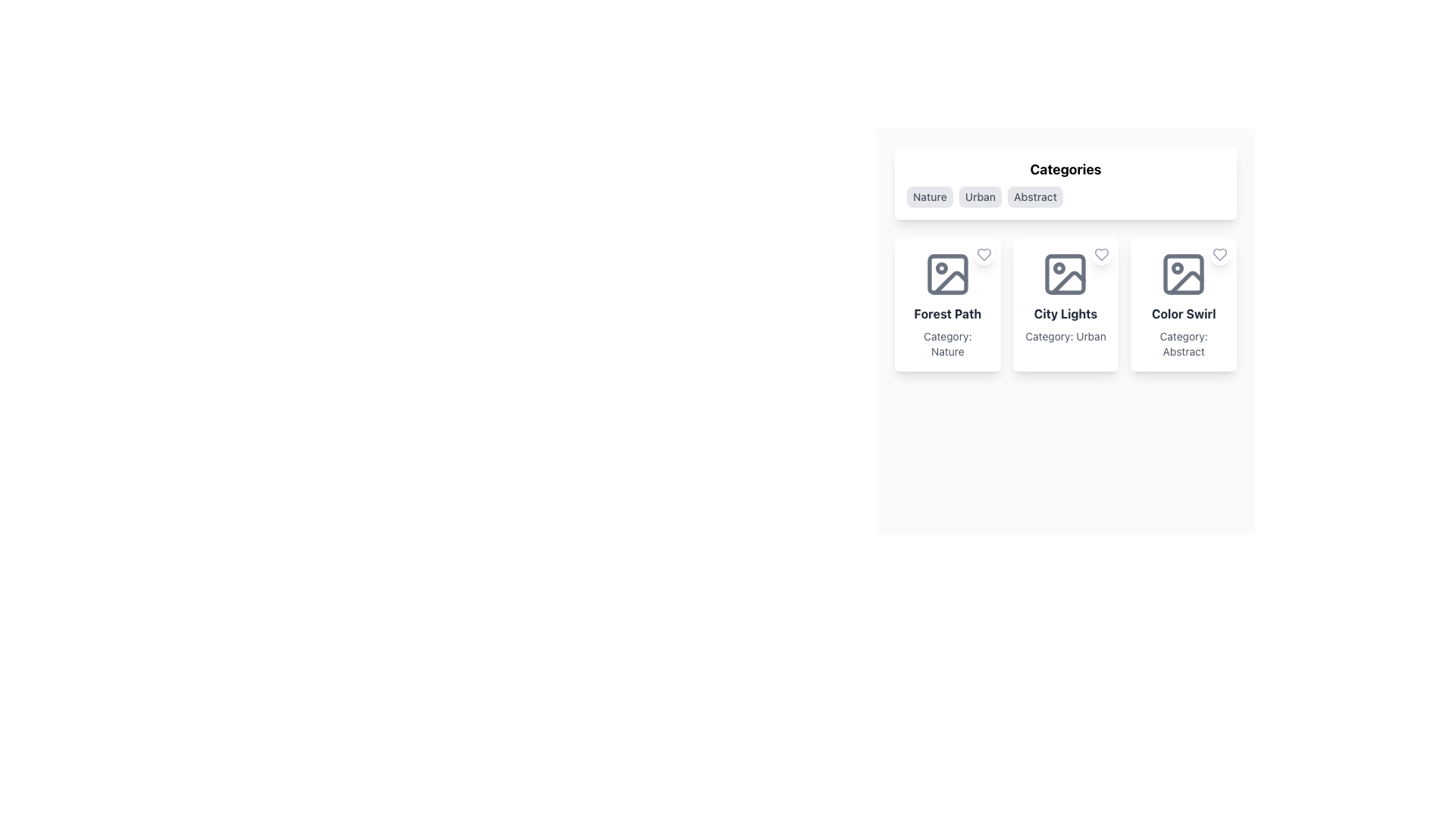  Describe the element at coordinates (1102, 253) in the screenshot. I see `the heart icon button at the top-right of the 'City Lights' card` at that location.